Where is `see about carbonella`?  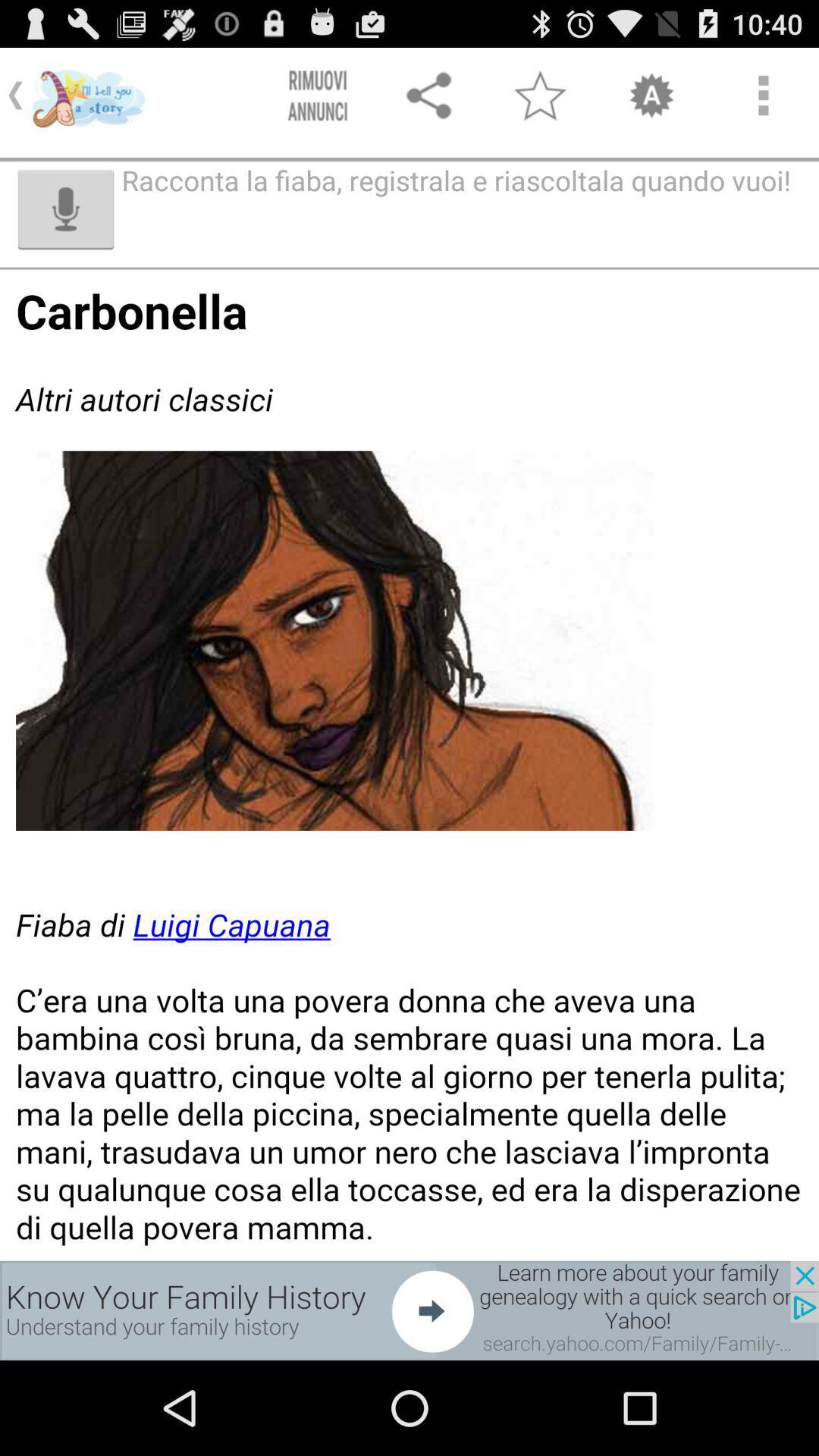
see about carbonella is located at coordinates (409, 765).